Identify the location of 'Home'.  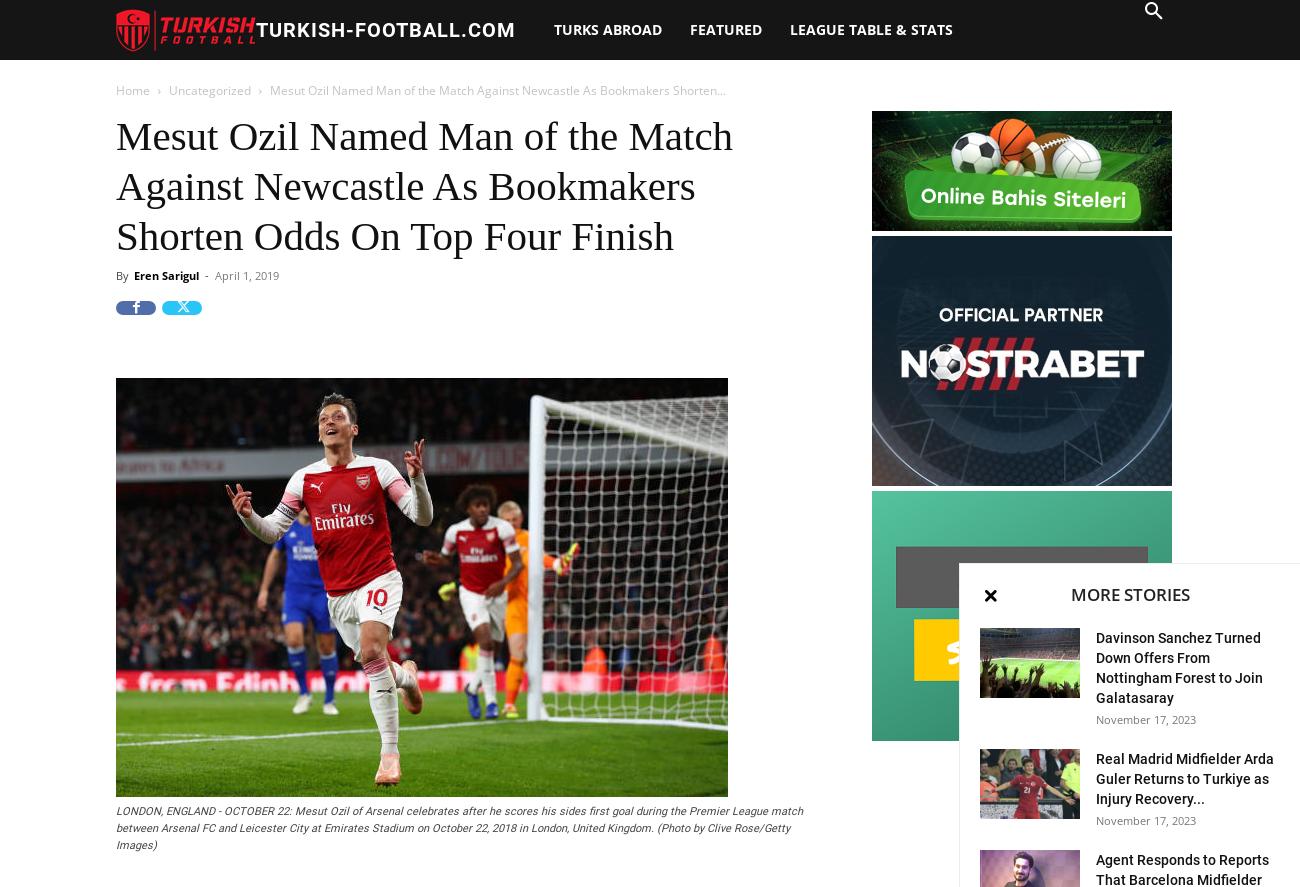
(131, 89).